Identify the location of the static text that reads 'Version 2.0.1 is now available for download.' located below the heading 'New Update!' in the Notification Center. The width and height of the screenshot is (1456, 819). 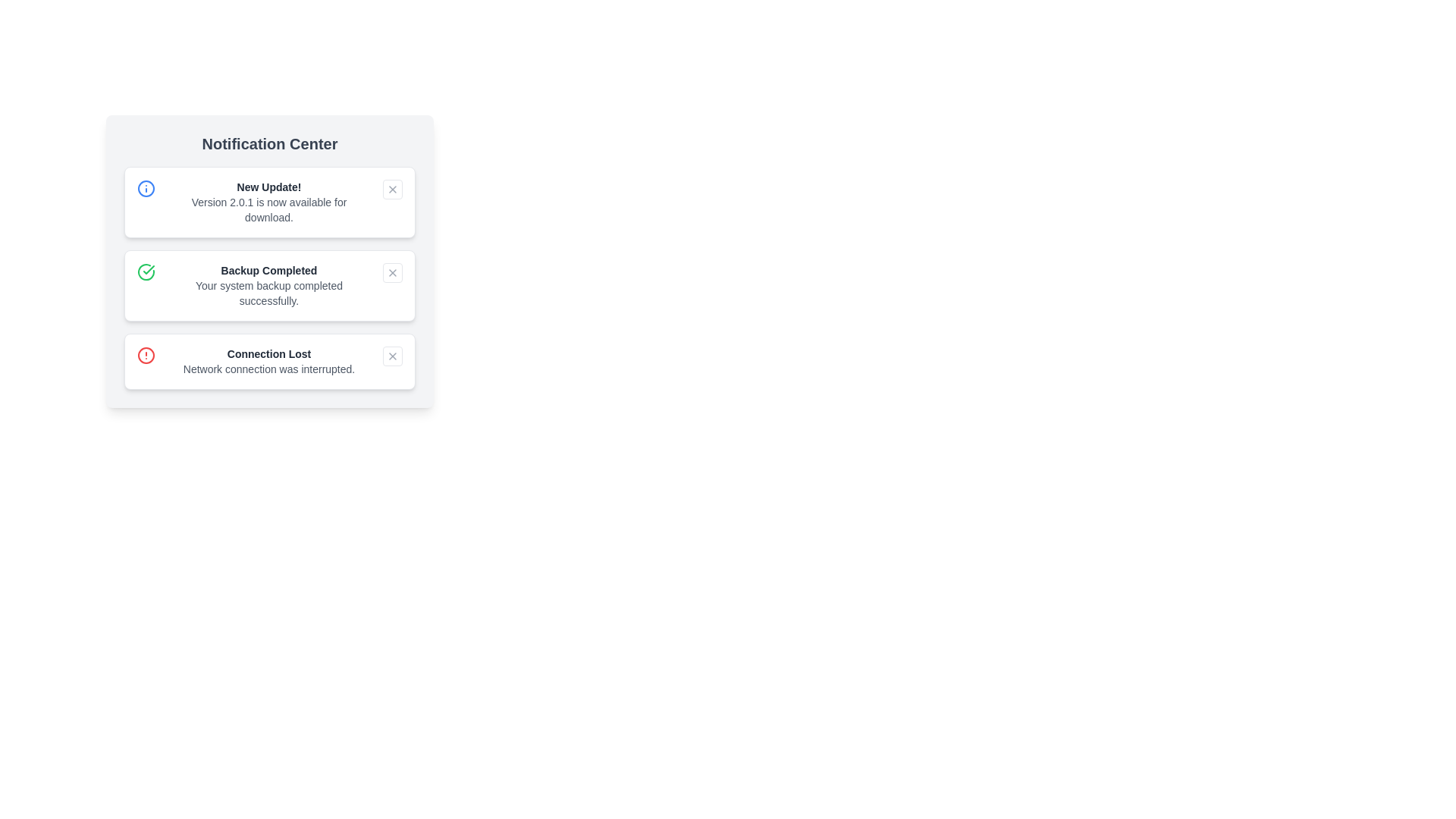
(269, 210).